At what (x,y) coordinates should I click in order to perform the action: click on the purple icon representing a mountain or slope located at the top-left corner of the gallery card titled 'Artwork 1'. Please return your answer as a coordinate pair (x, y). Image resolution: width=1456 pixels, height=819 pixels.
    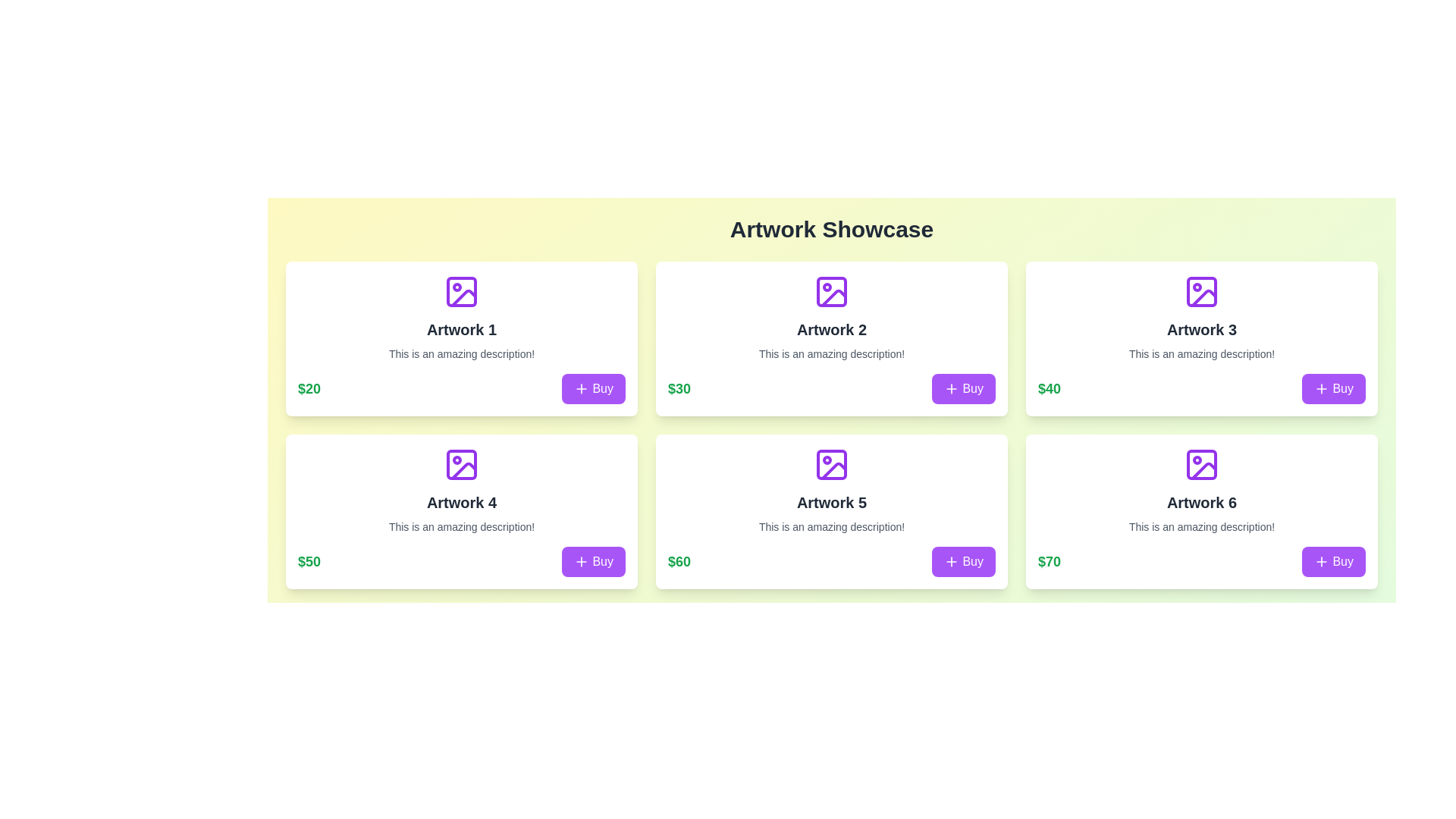
    Looking at the image, I should click on (461, 292).